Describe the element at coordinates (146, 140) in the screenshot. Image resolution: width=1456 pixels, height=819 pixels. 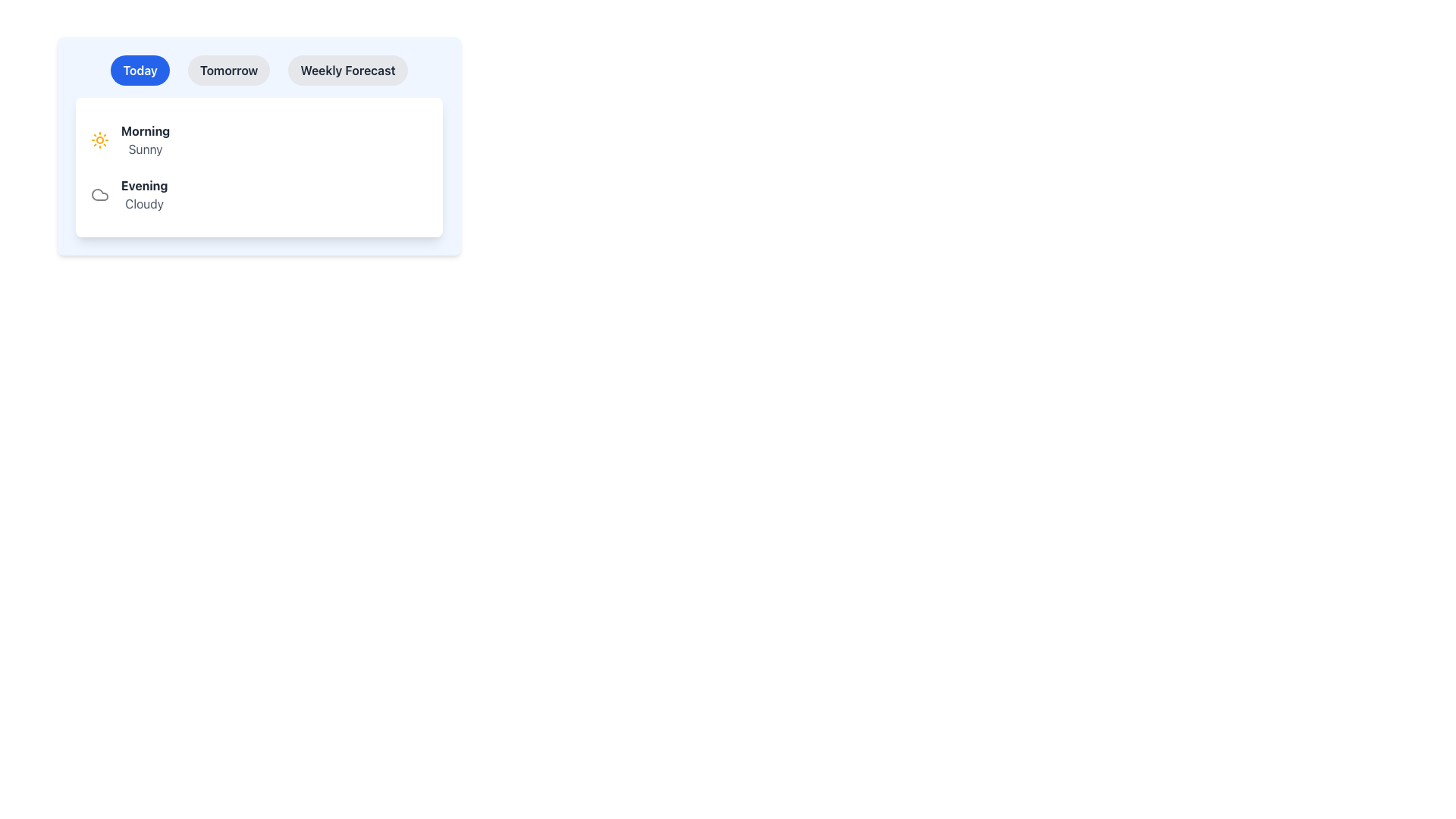
I see `the 'Sunny' weather forecast text label located in the 'Today' tab, which is the first element in a vertical list and is centrally positioned alongside an orange sun icon` at that location.